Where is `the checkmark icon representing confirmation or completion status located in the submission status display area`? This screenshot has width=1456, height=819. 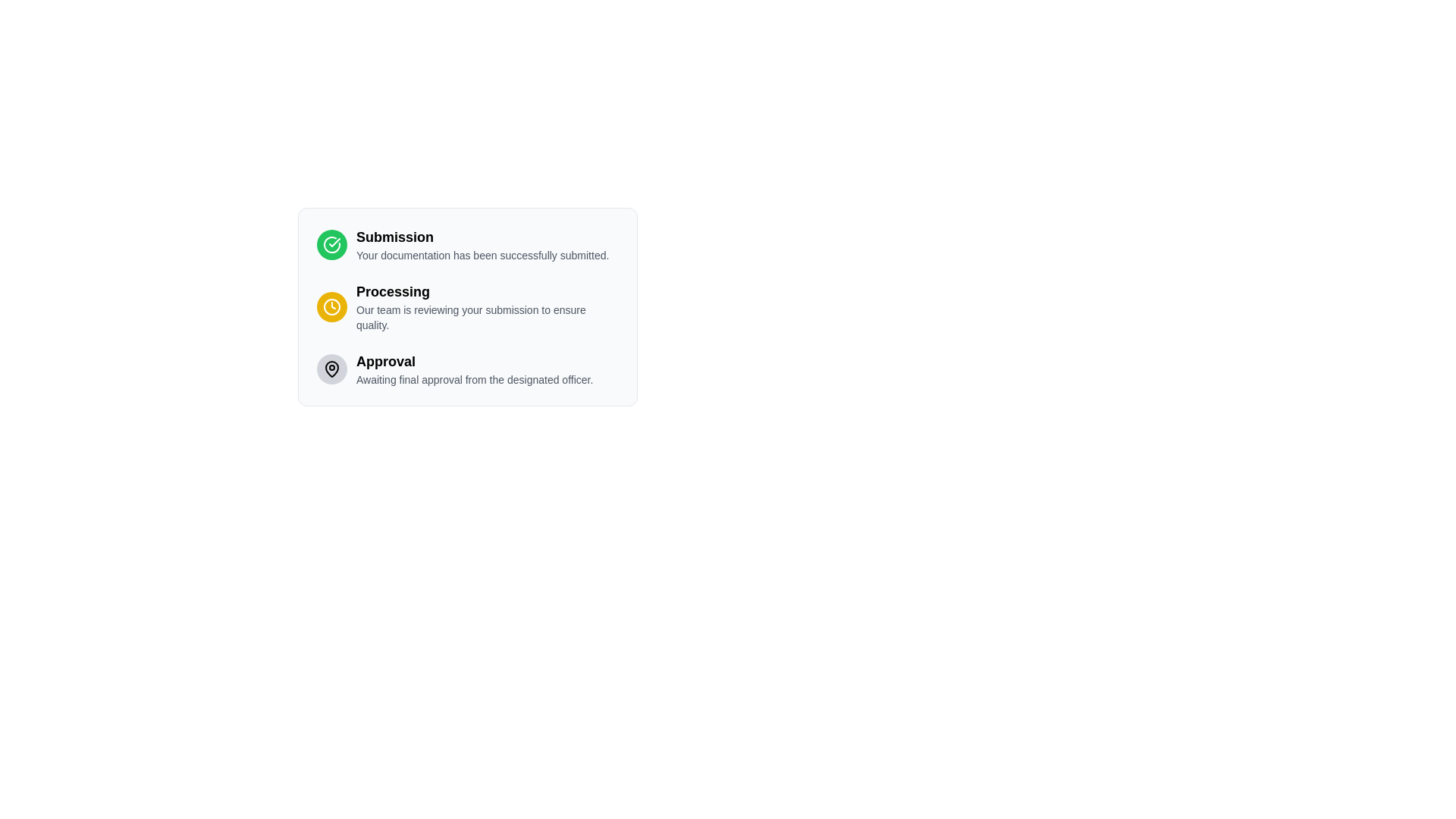
the checkmark icon representing confirmation or completion status located in the submission status display area is located at coordinates (334, 242).